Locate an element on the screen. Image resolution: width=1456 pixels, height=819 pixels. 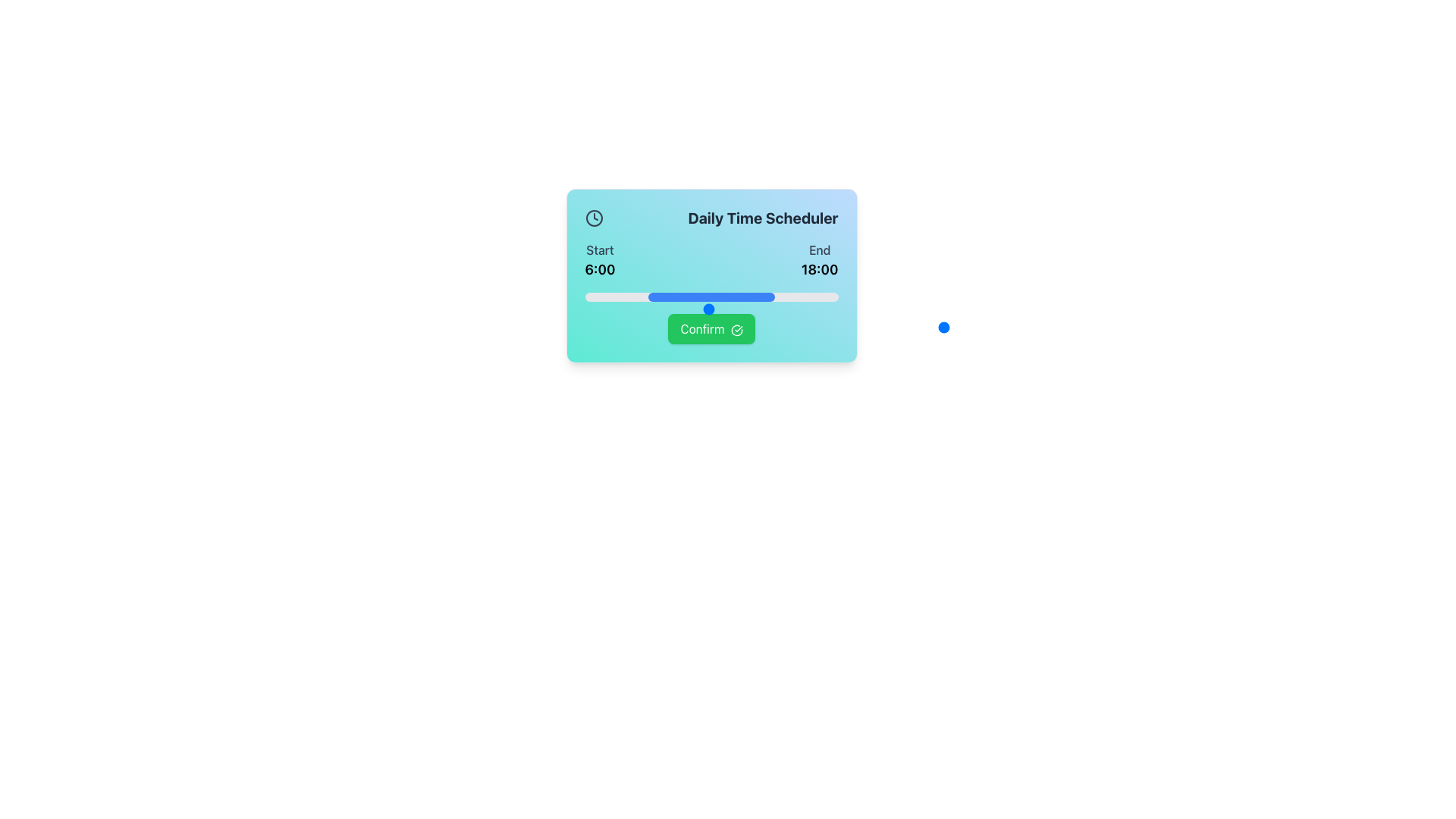
the SVG icon located in the top-left segment of the 'Daily Time Scheduler' component, which symbolizes scheduling or time-related functionality is located at coordinates (593, 218).